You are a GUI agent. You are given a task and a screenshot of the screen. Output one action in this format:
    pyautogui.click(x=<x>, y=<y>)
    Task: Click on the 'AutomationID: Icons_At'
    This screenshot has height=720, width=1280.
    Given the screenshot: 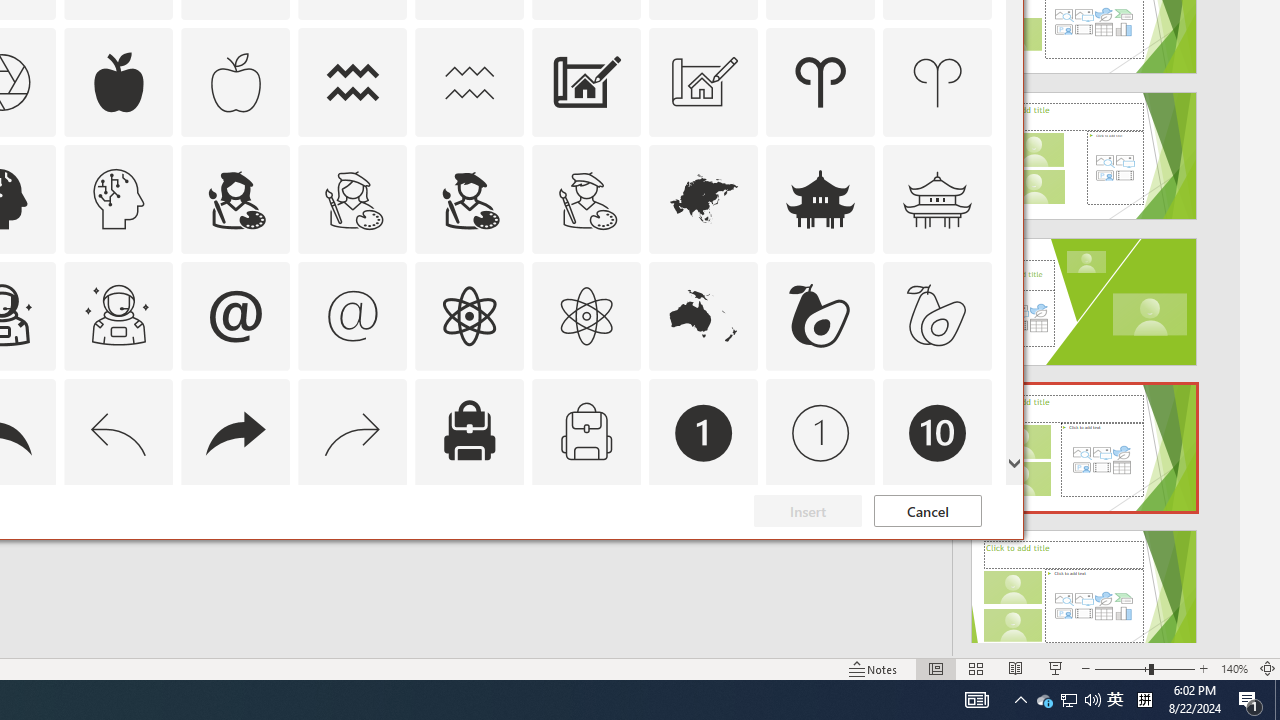 What is the action you would take?
    pyautogui.click(x=235, y=315)
    